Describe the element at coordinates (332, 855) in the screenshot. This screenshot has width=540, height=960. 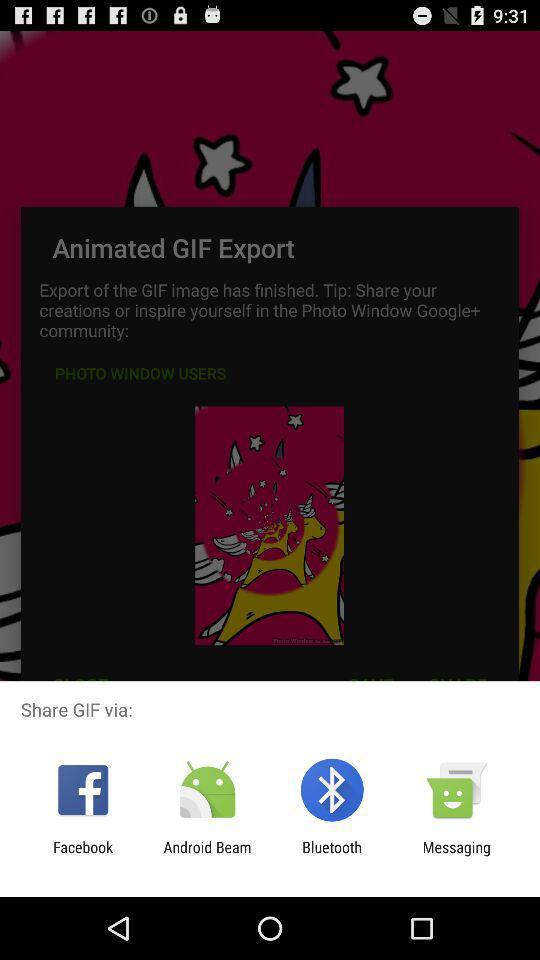
I see `the app next to the messaging item` at that location.